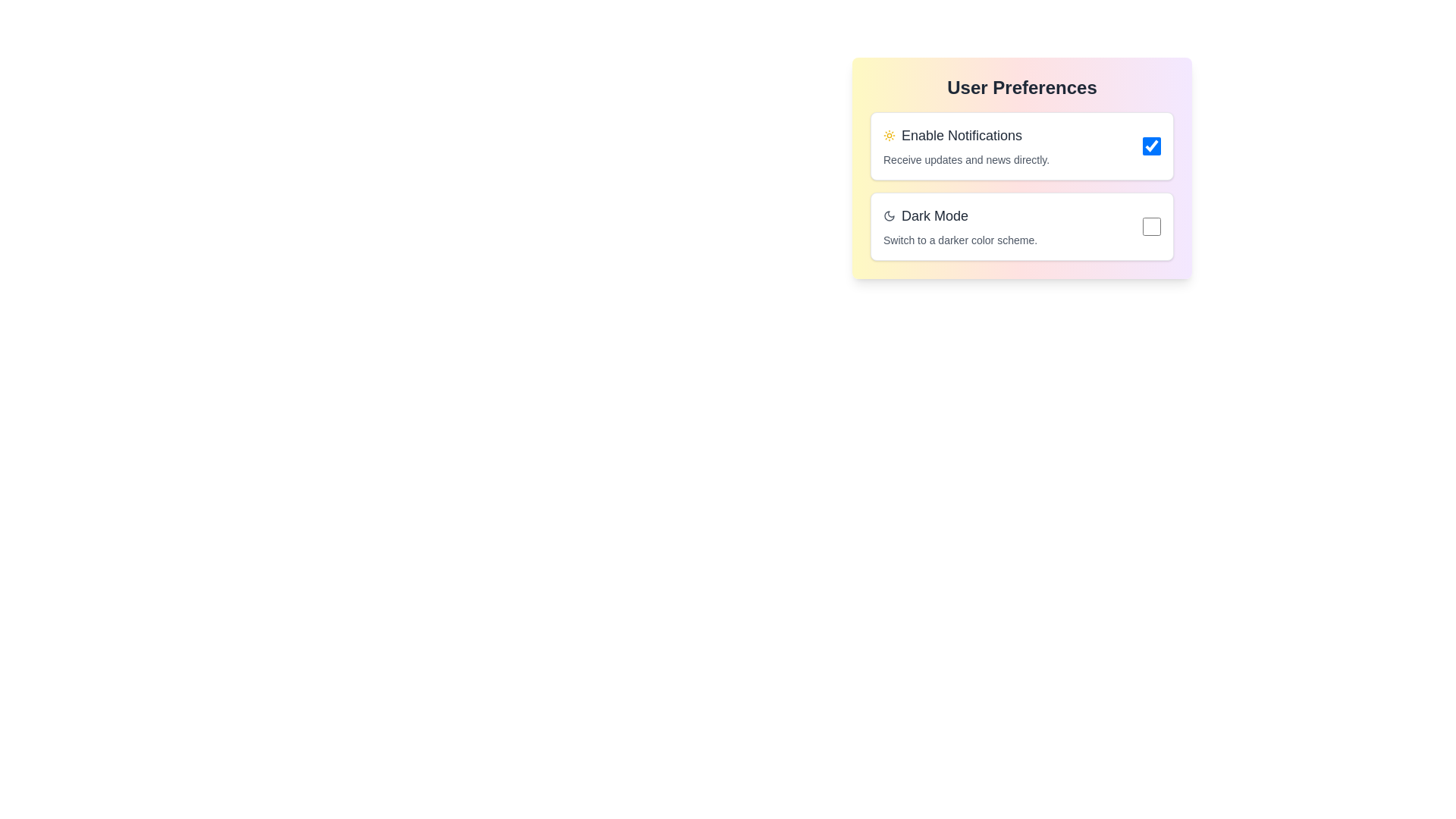 This screenshot has width=1456, height=819. Describe the element at coordinates (961, 134) in the screenshot. I see `the 'Enable Notifications' text label located in the 'User Preferences' section, which is positioned horizontally between an icon and a checkbox` at that location.